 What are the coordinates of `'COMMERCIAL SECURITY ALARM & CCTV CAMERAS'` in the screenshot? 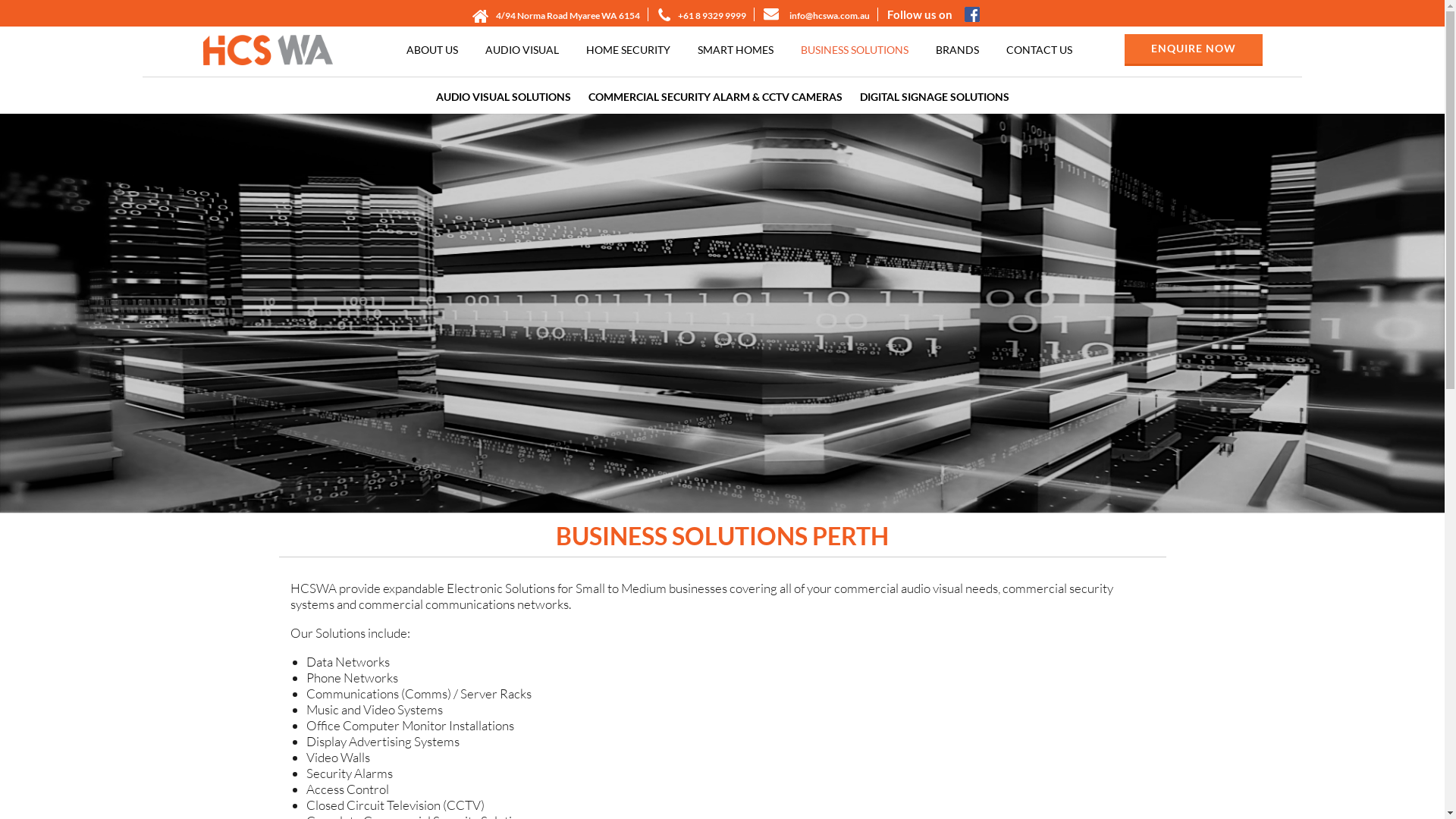 It's located at (714, 96).